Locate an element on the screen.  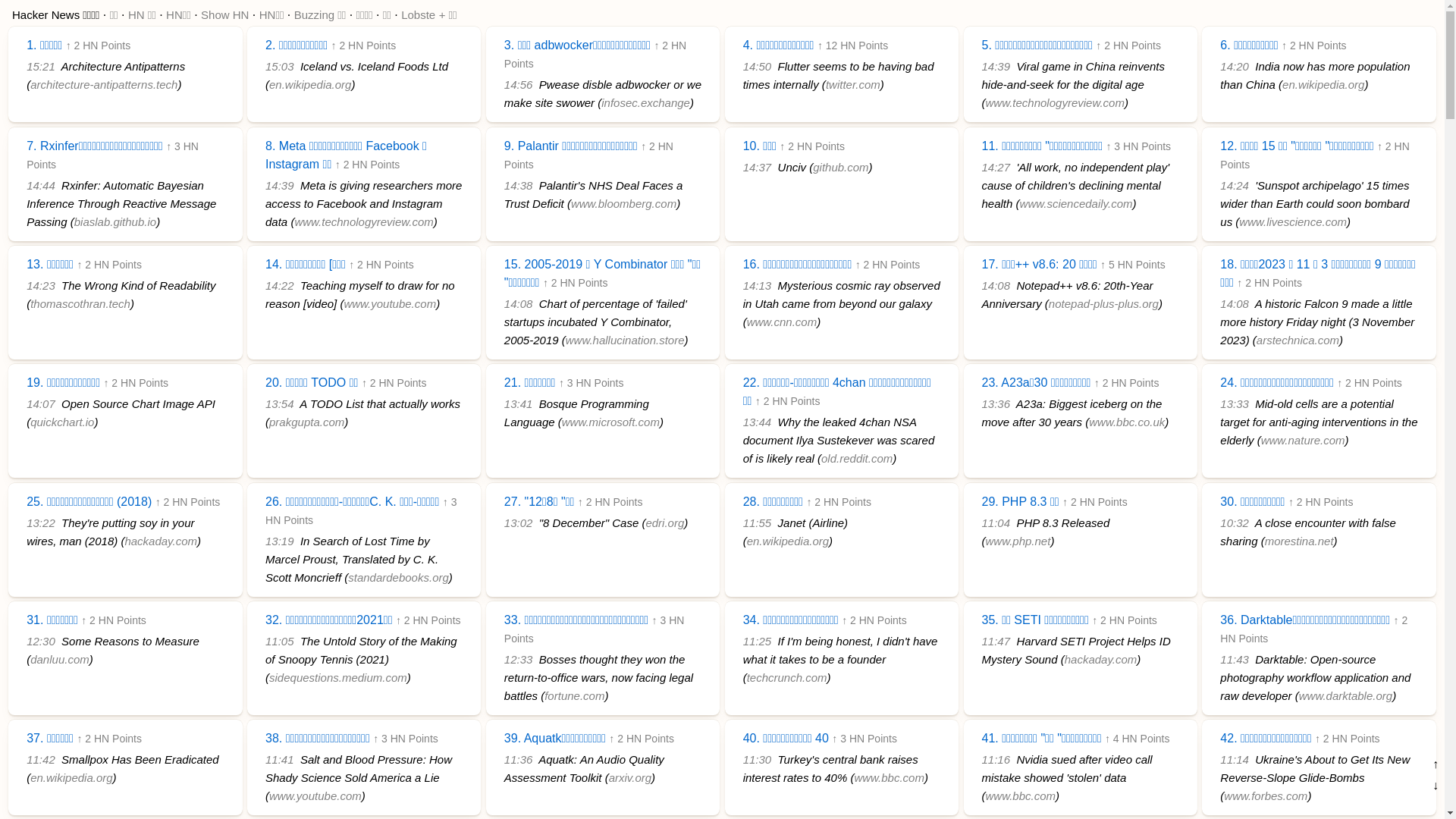
'en.wikipedia.org' is located at coordinates (71, 777).